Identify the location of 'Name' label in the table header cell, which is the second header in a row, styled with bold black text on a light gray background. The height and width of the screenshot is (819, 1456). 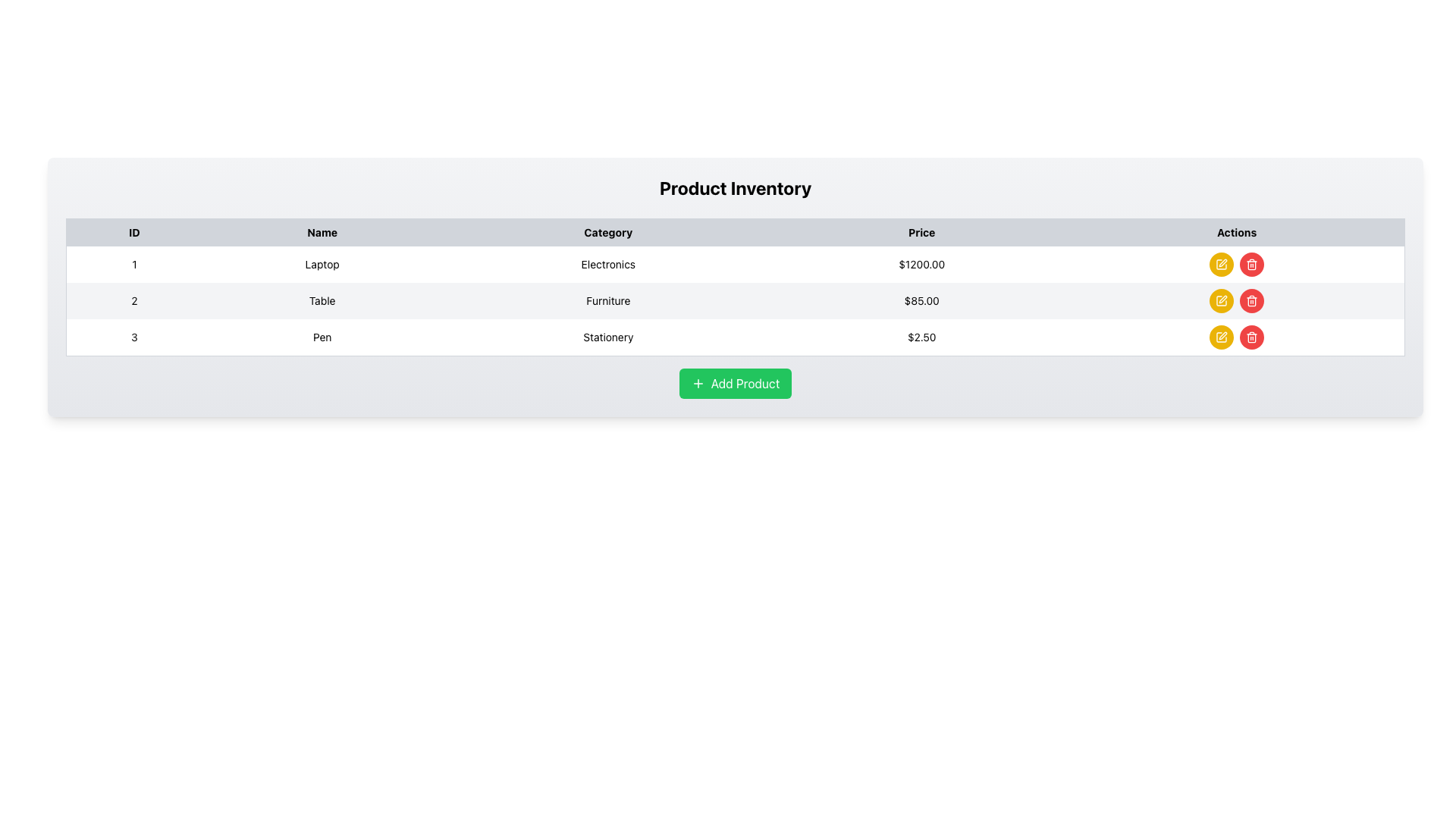
(322, 232).